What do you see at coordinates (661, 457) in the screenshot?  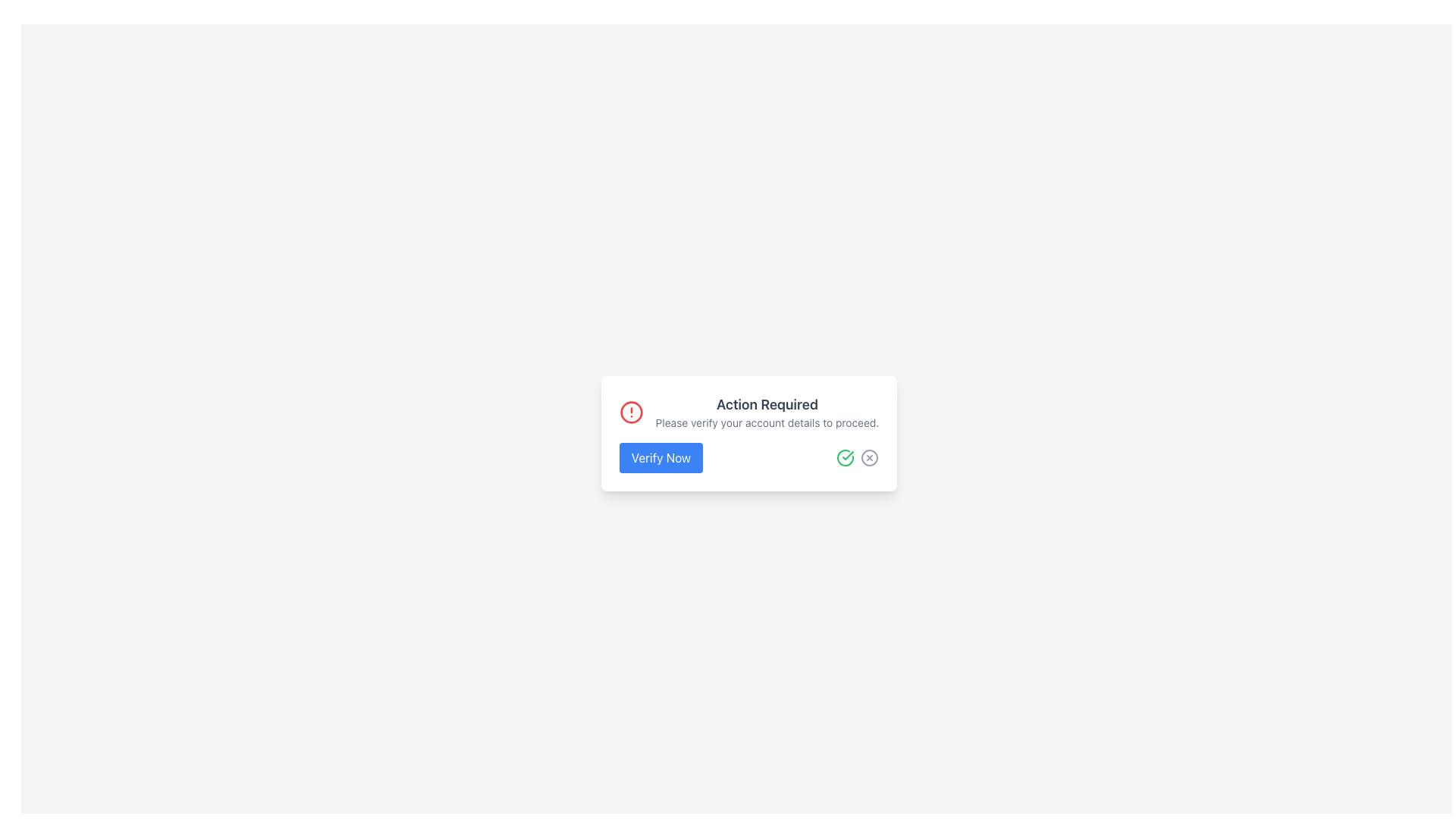 I see `the verification button located at the bottom of the modal dialog` at bounding box center [661, 457].